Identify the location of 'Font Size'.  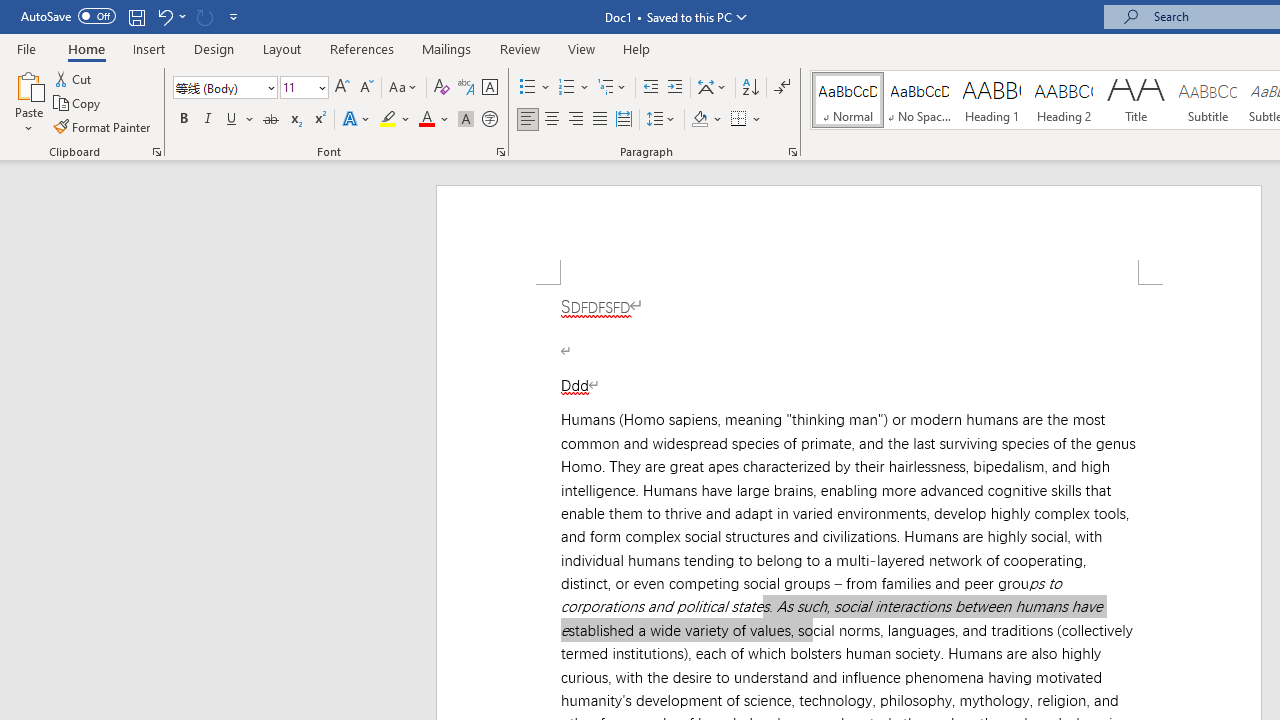
(297, 86).